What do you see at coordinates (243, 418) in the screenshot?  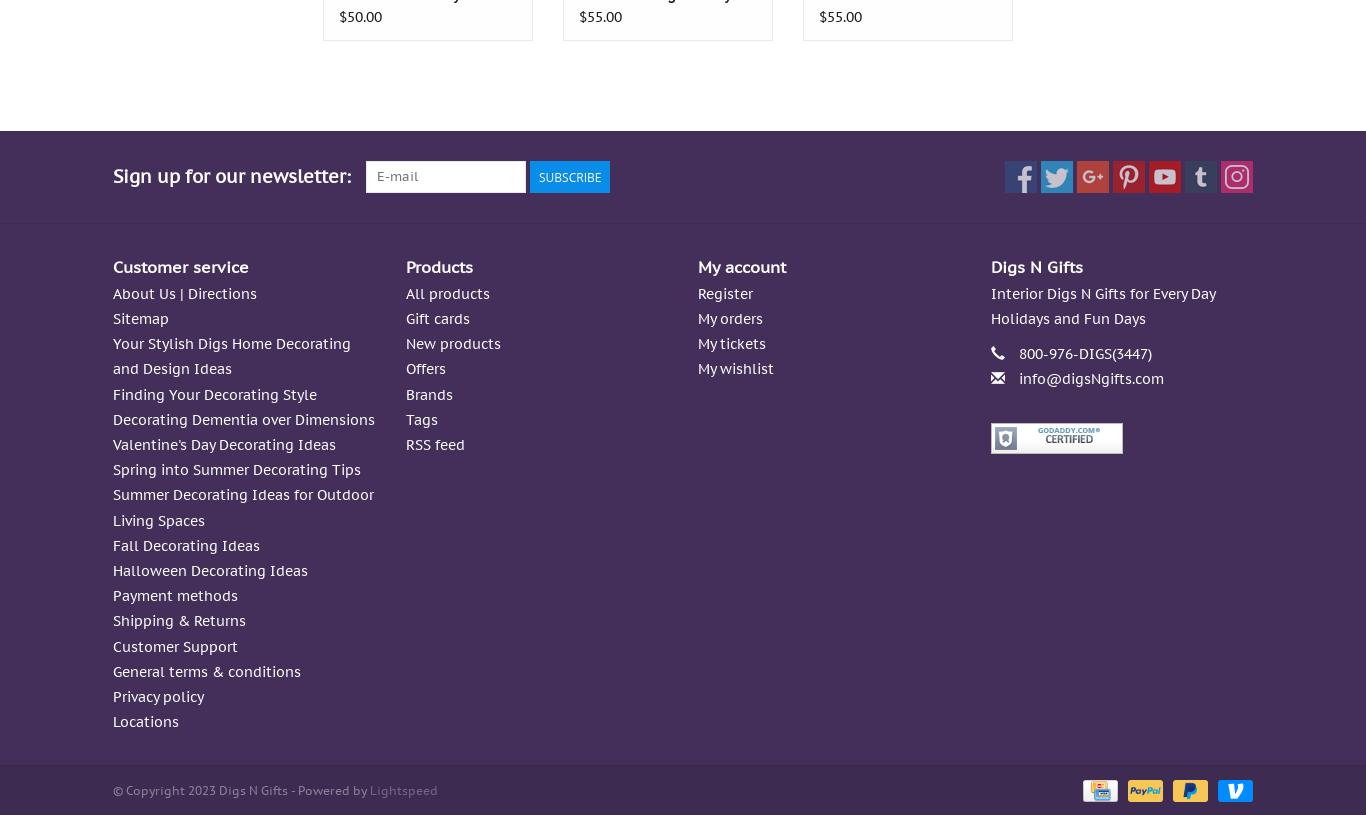 I see `'Decorating Dementia over Dimensions'` at bounding box center [243, 418].